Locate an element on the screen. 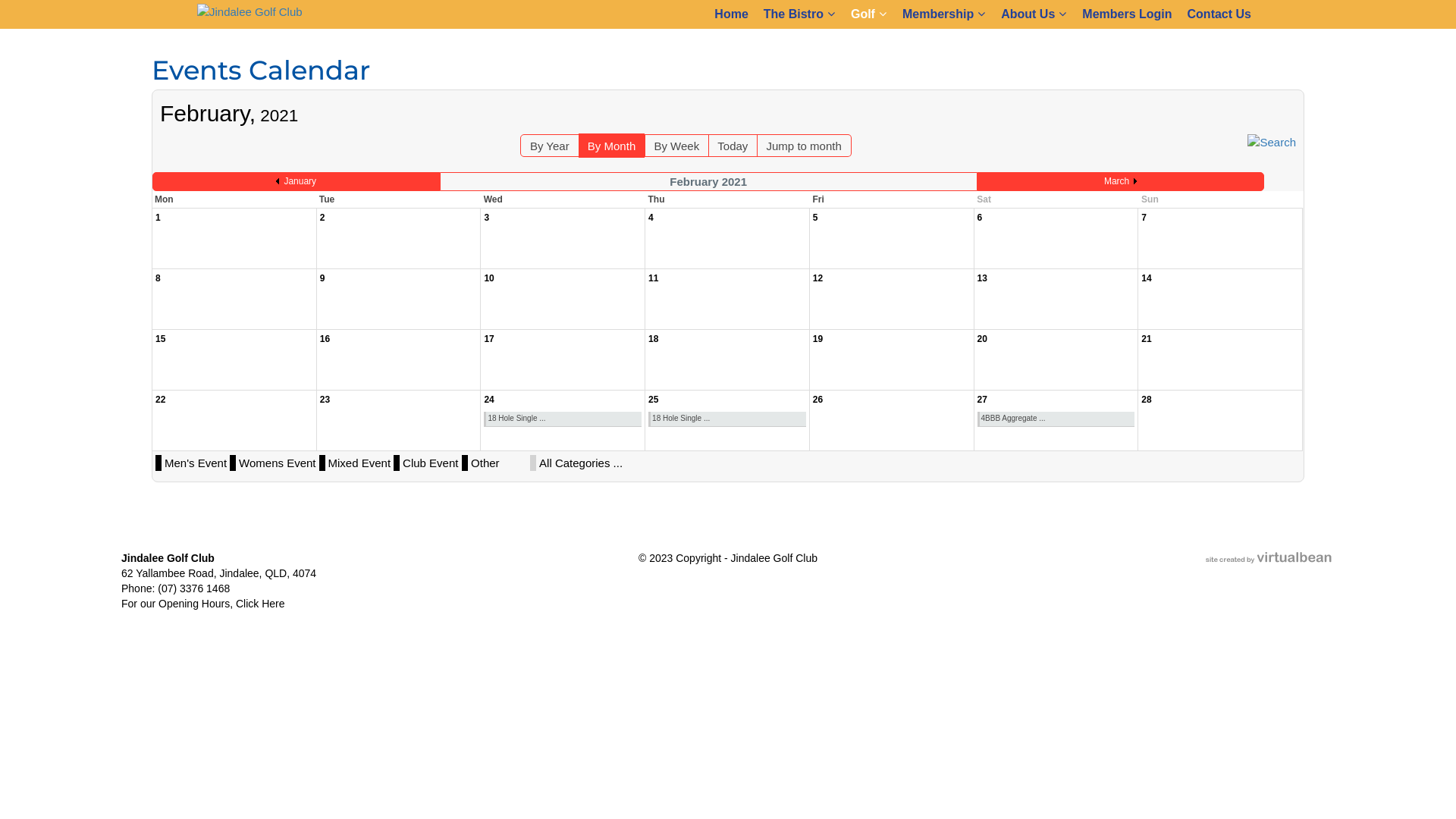 The image size is (1456, 819). 'Womens Event' is located at coordinates (238, 462).